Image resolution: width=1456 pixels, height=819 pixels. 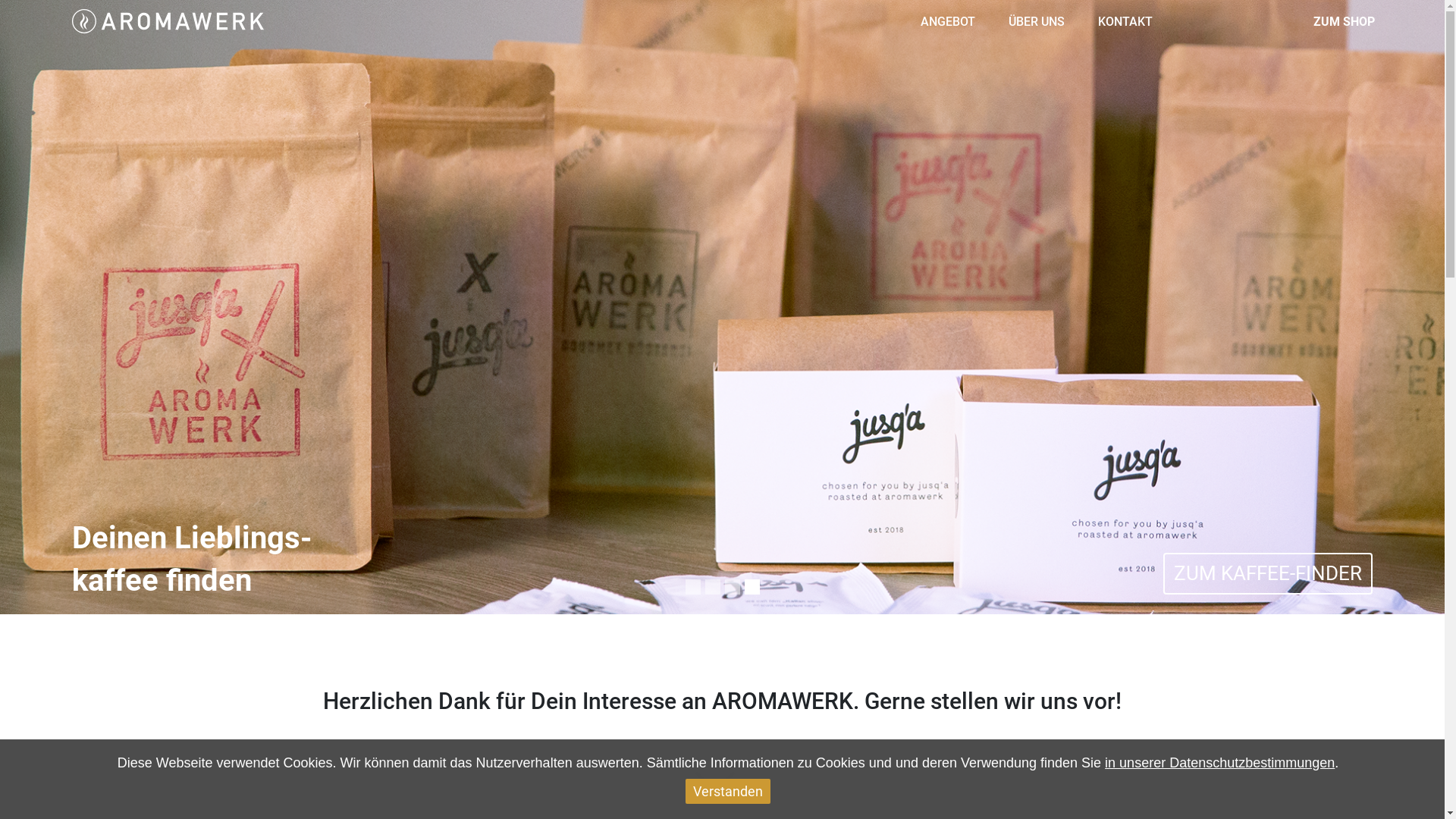 I want to click on 'Verstanden', so click(x=728, y=790).